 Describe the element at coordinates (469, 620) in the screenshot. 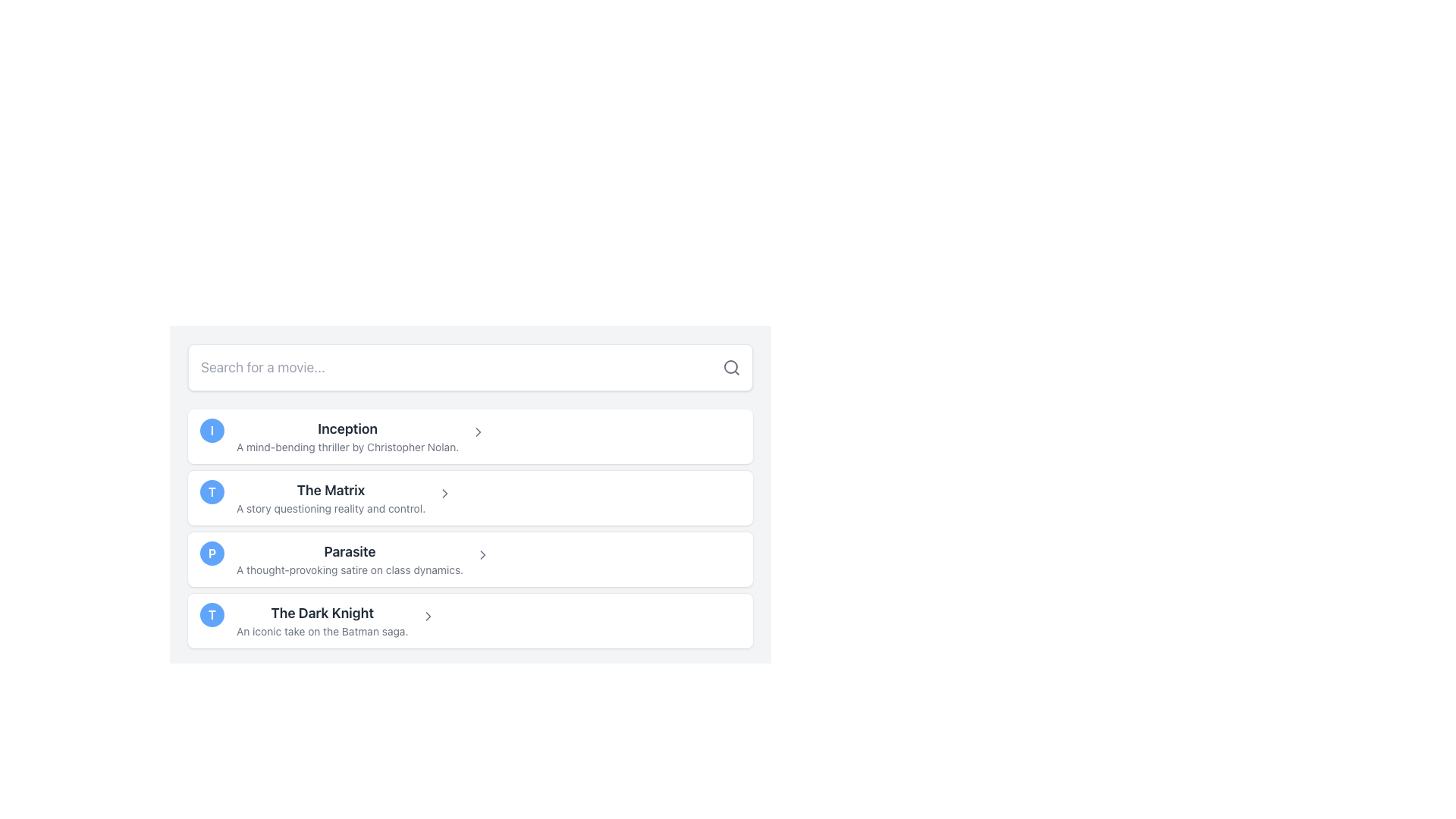

I see `the fourth list item representing 'The Dark Knight', which is positioned at the bottom of the visible portion of the list` at that location.